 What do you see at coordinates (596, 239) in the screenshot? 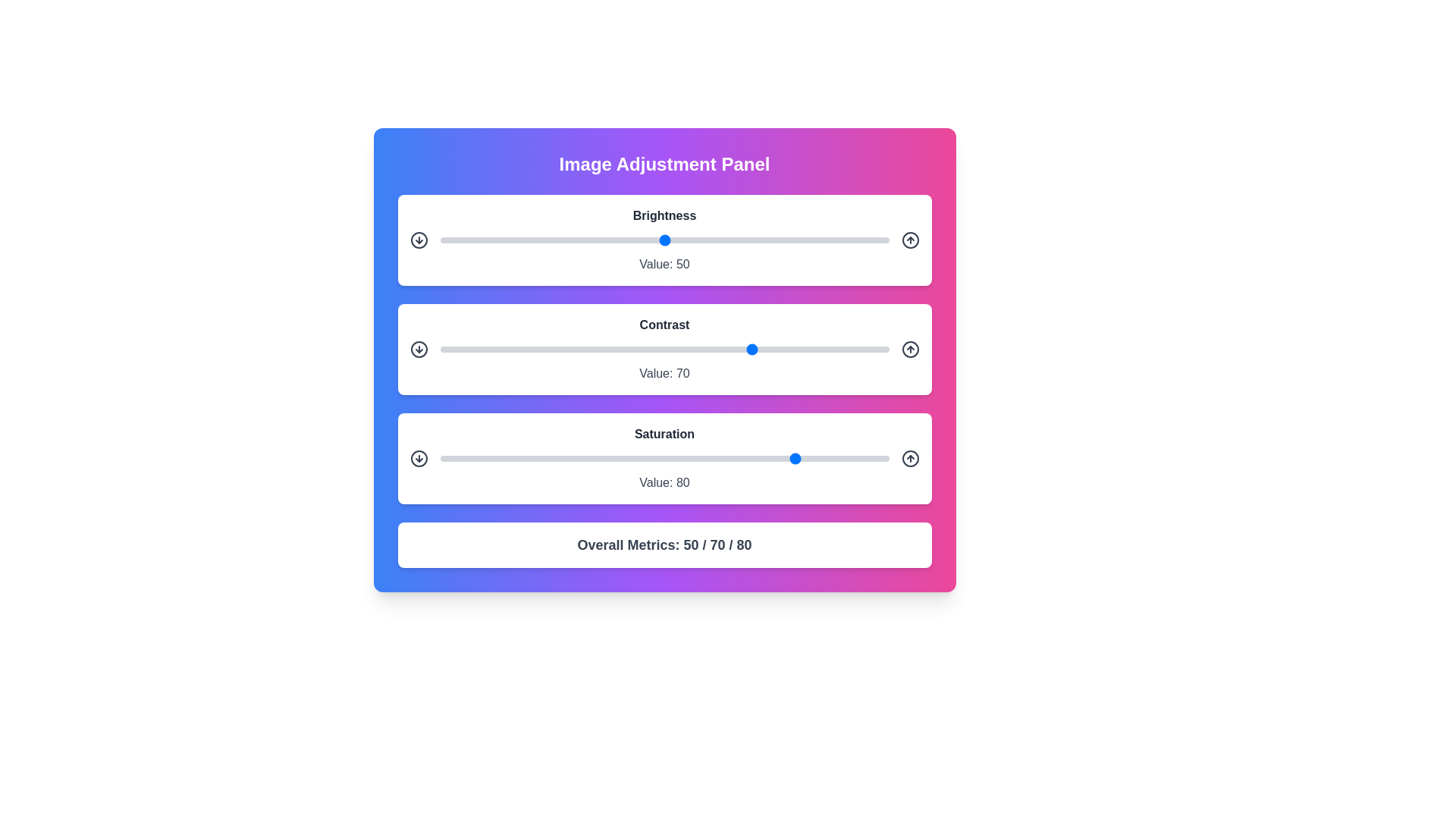
I see `brightness` at bounding box center [596, 239].